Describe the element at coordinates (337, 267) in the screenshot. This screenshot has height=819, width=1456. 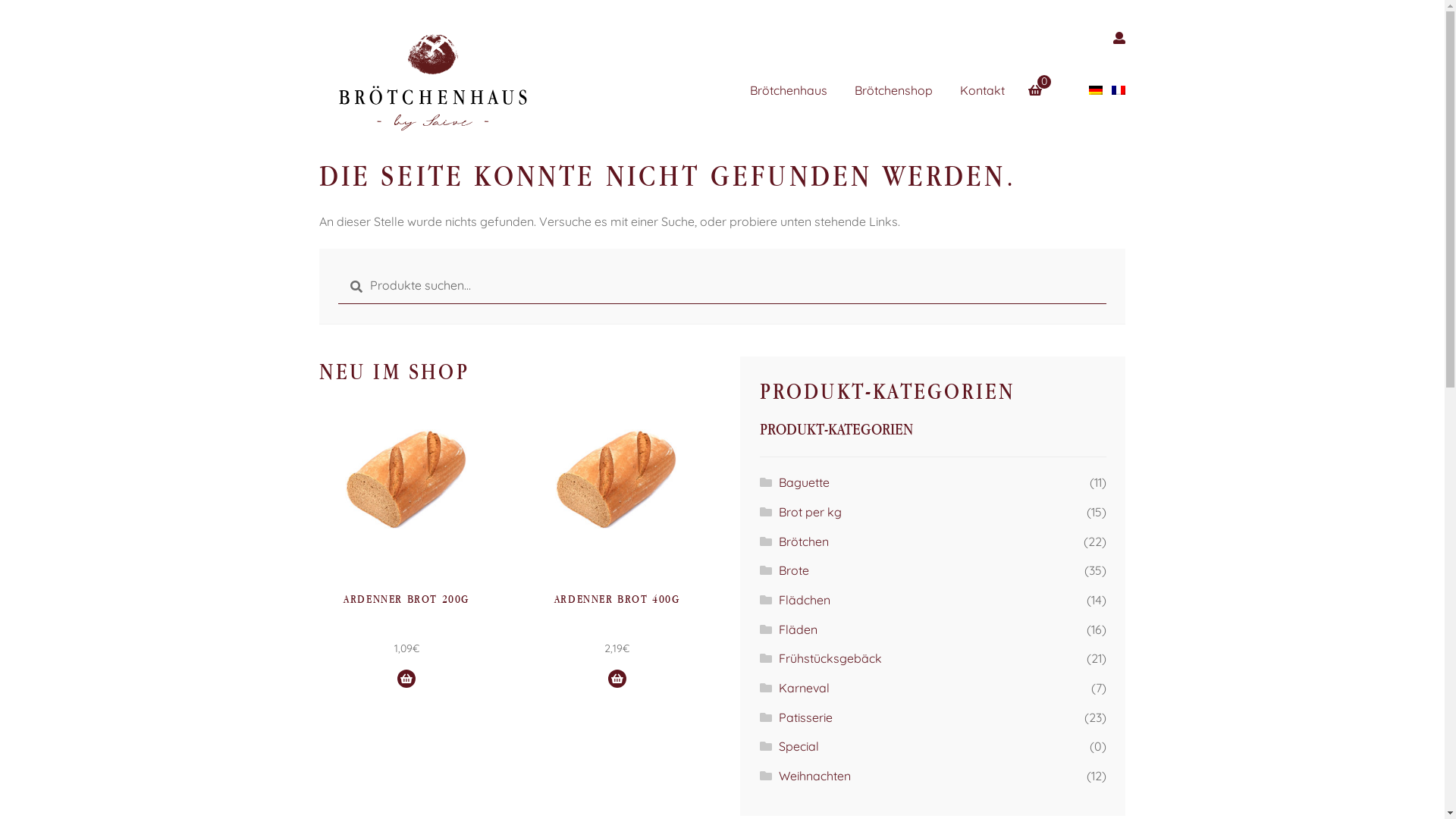
I see `'Suche'` at that location.